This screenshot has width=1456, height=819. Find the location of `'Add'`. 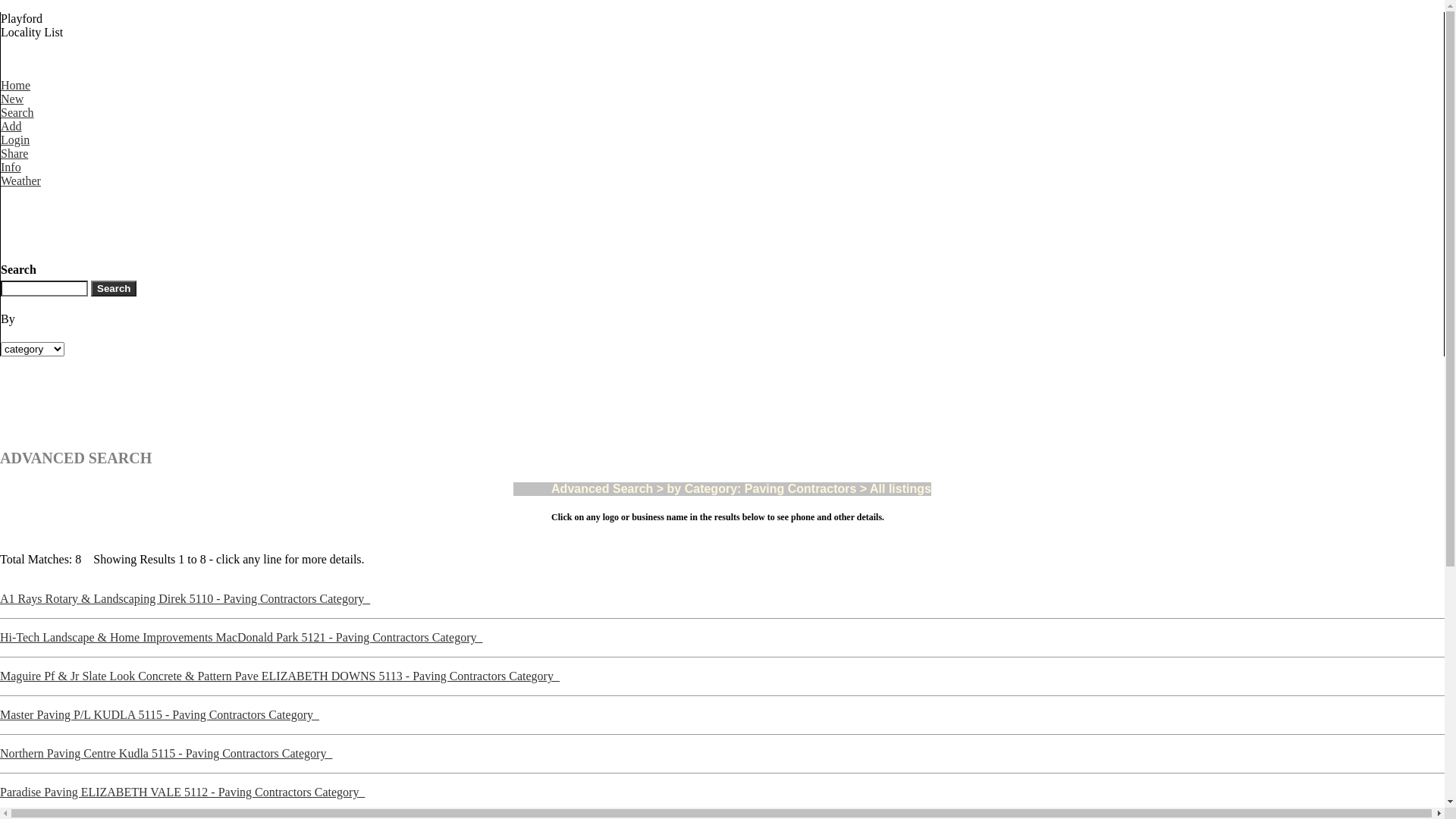

'Add' is located at coordinates (17, 132).